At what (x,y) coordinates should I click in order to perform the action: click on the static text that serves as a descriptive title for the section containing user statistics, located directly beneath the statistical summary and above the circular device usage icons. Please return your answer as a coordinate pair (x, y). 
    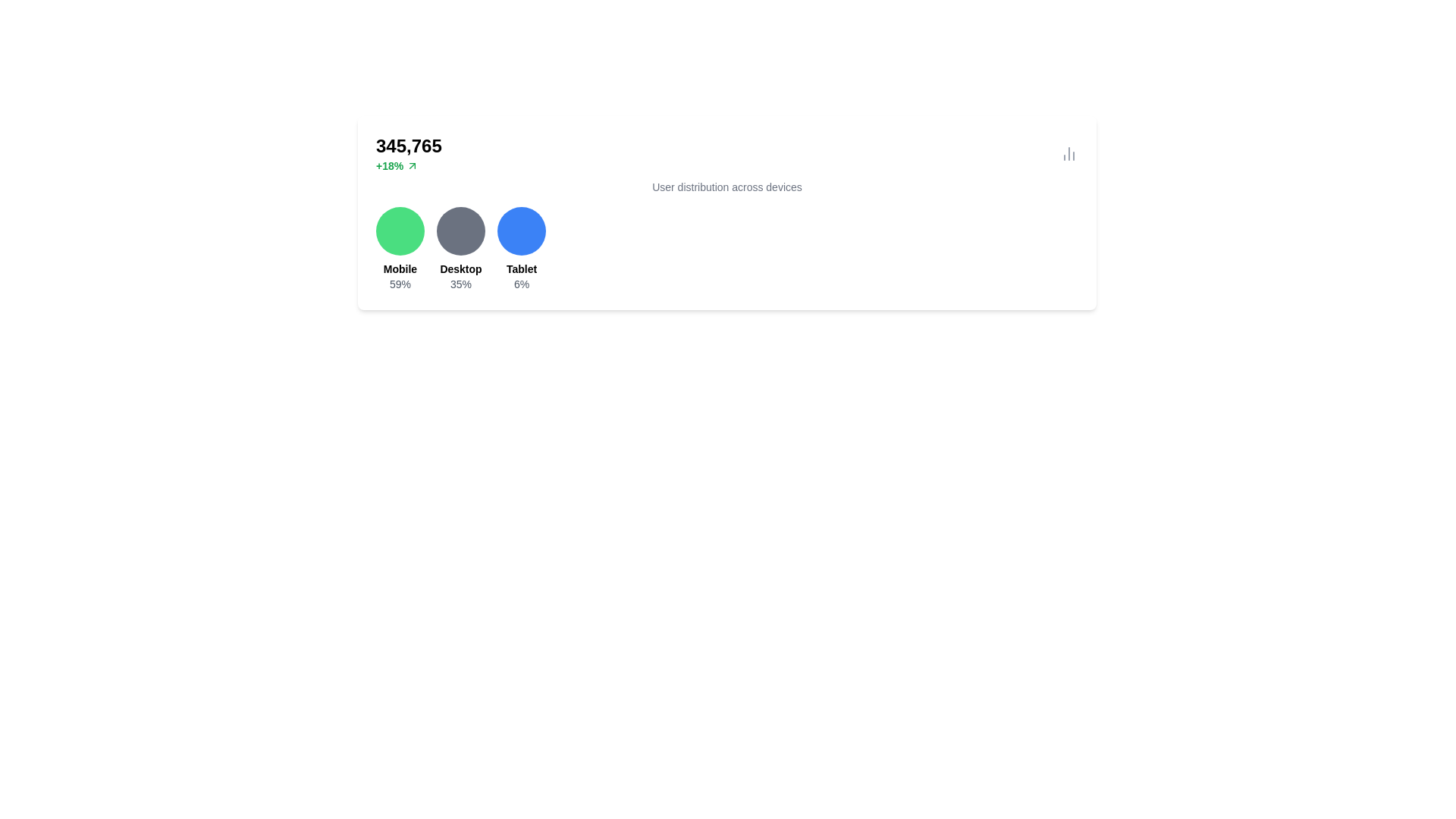
    Looking at the image, I should click on (726, 186).